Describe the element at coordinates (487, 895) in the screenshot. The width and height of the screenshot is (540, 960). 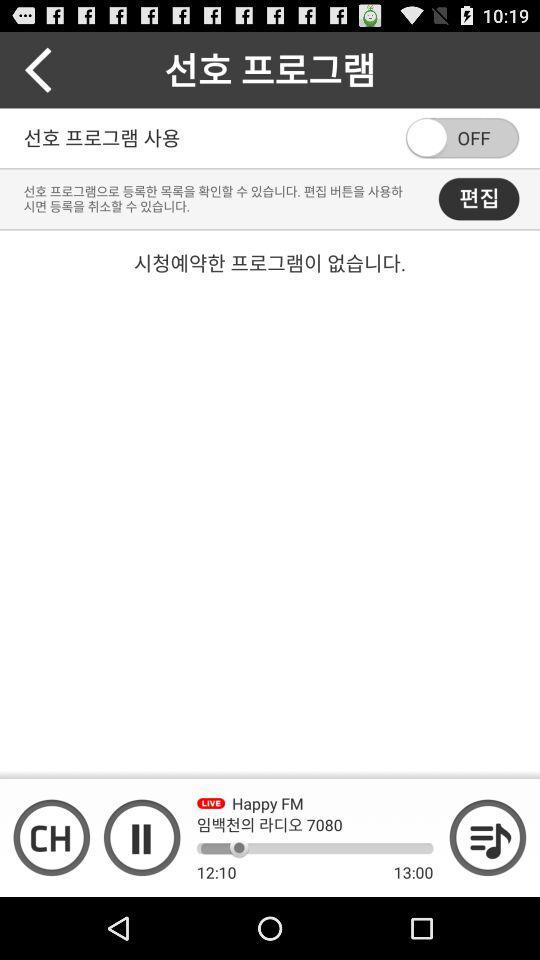
I see `the playlist icon` at that location.